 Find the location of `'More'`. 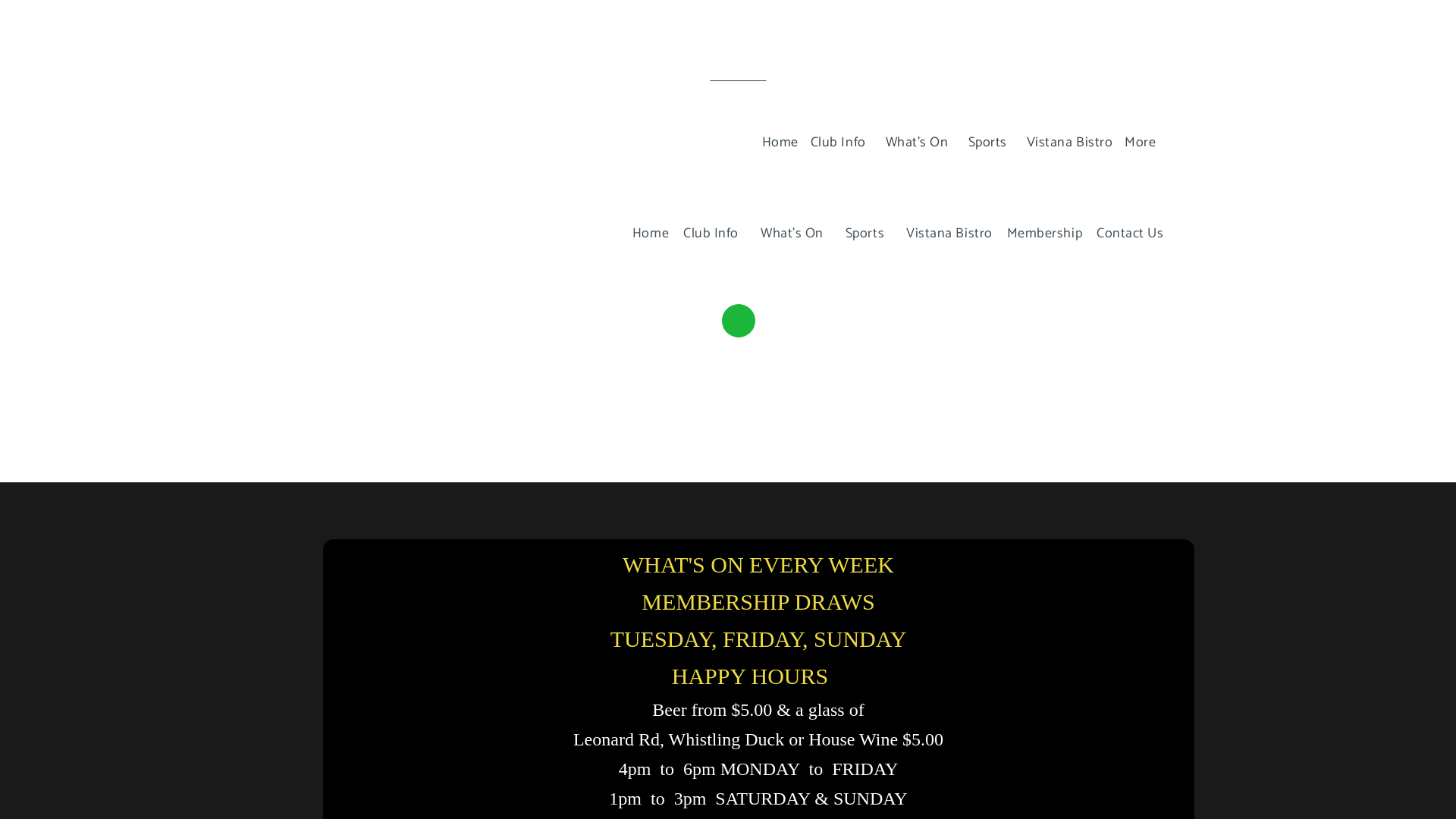

'More' is located at coordinates (1137, 143).